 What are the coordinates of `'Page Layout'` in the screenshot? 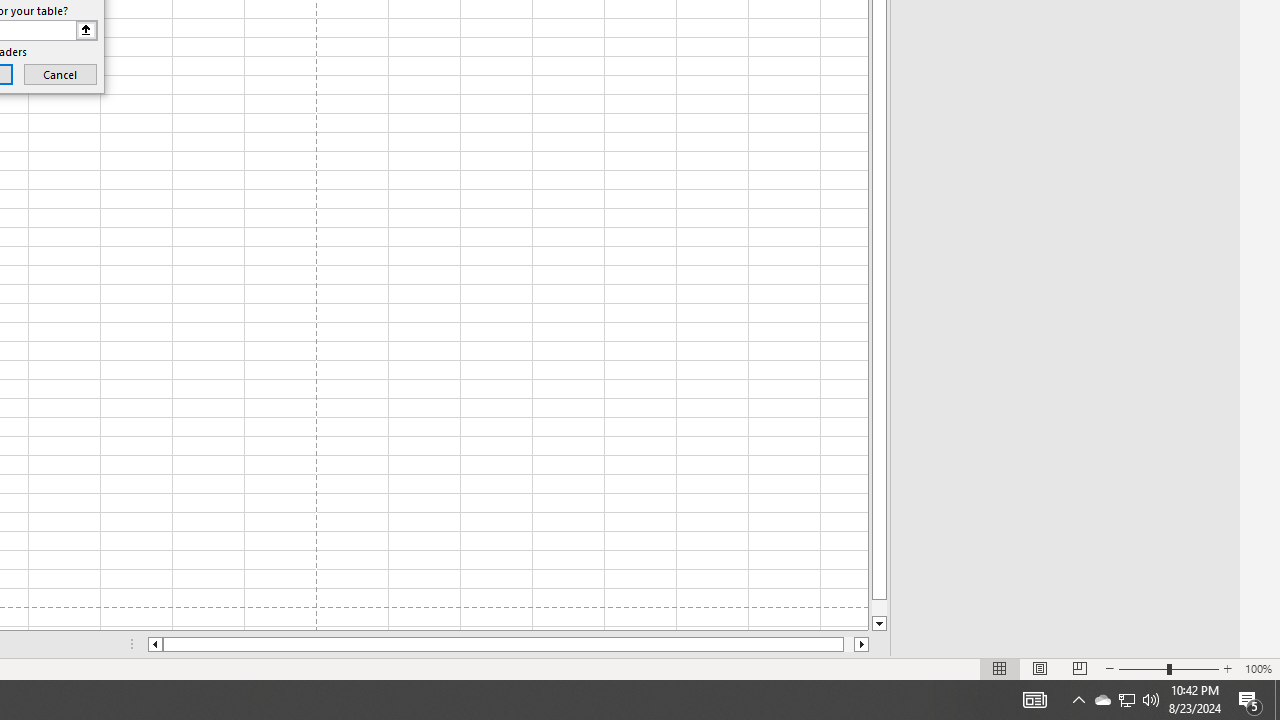 It's located at (1040, 669).